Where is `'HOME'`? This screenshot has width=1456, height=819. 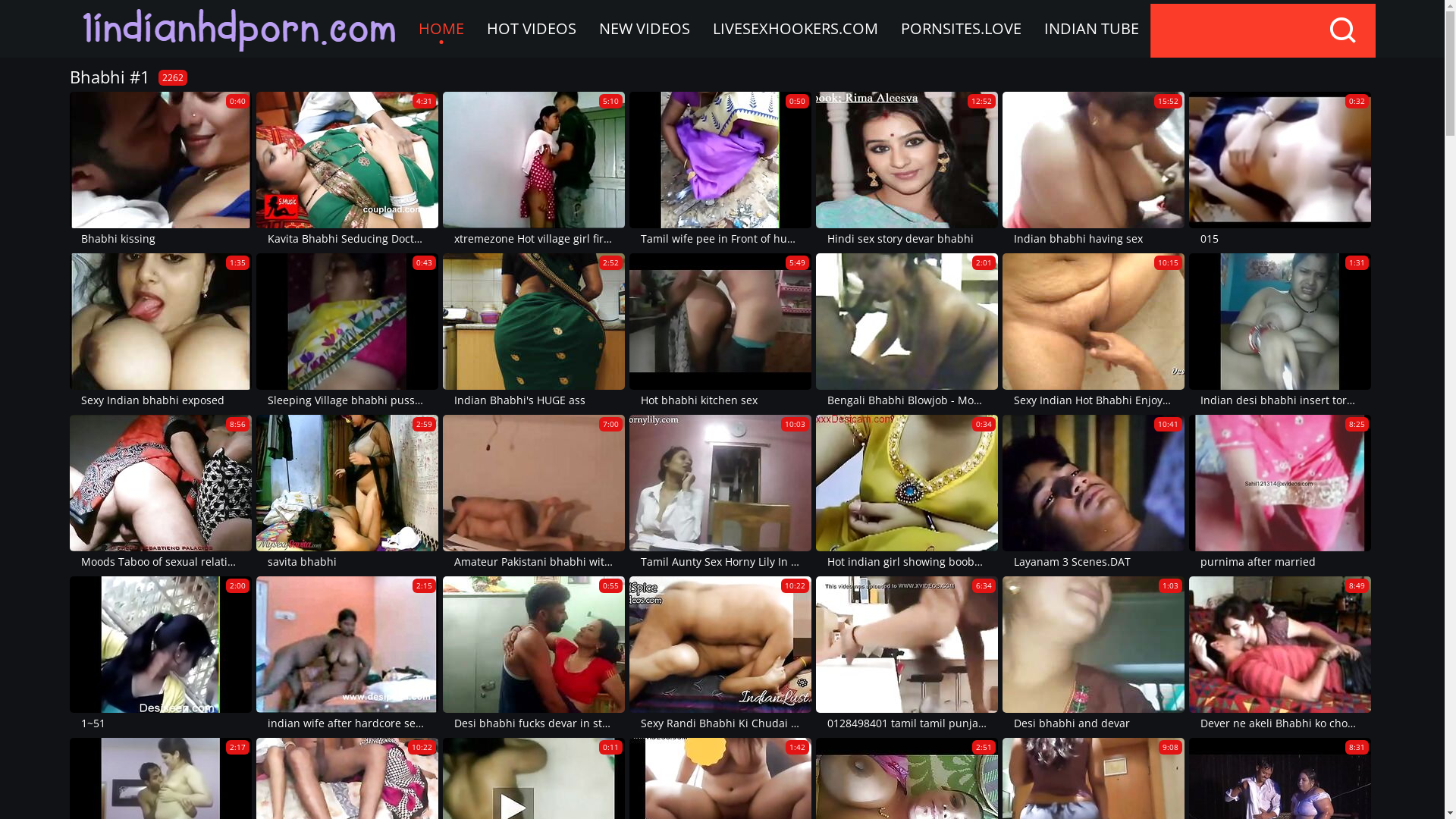
'HOME' is located at coordinates (406, 29).